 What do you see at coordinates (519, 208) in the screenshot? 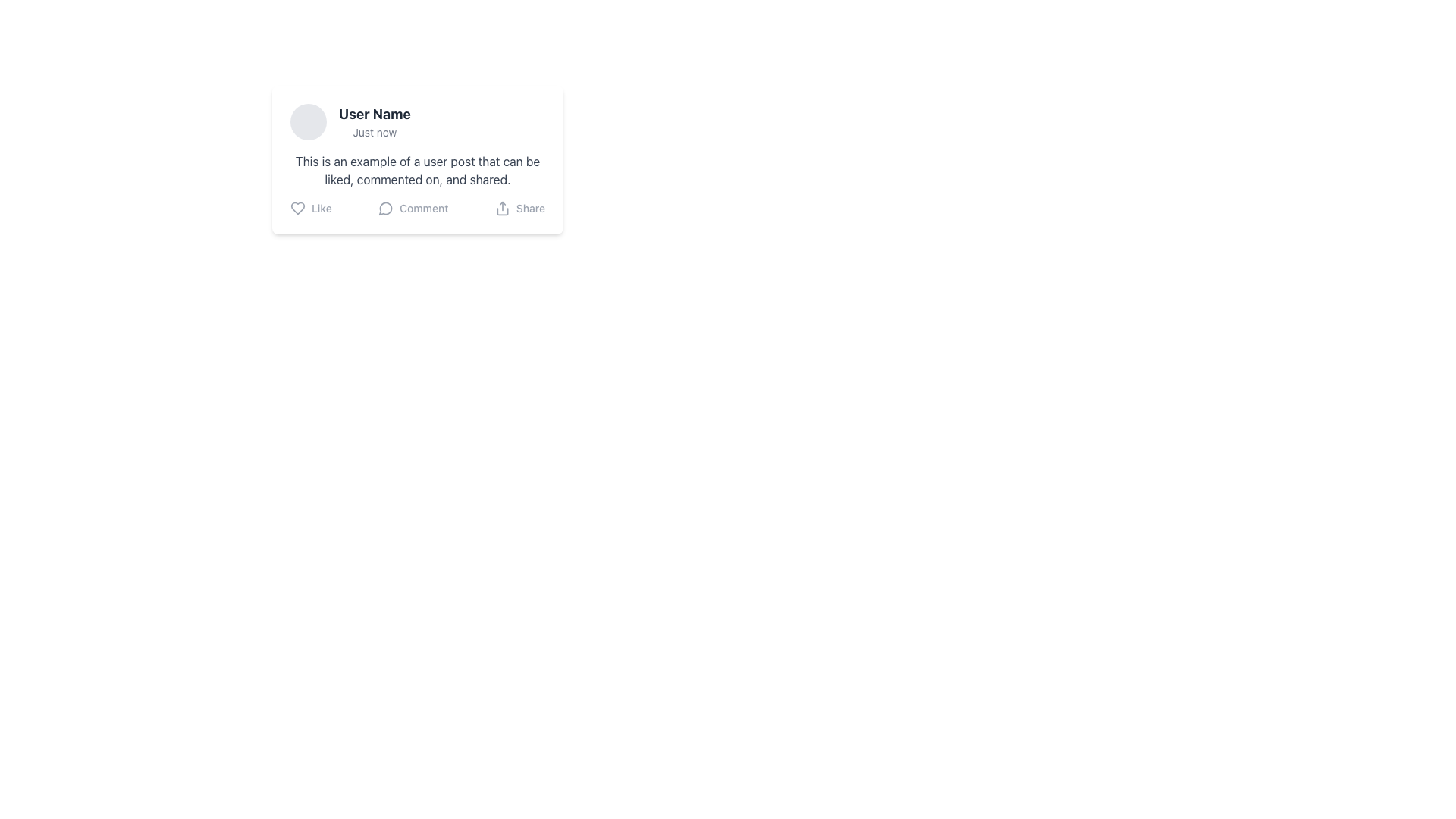
I see `the 'Share' button, which features an upward pointing arrow icon followed by the text 'Share', located in the bottom-right corner of the card interface` at bounding box center [519, 208].